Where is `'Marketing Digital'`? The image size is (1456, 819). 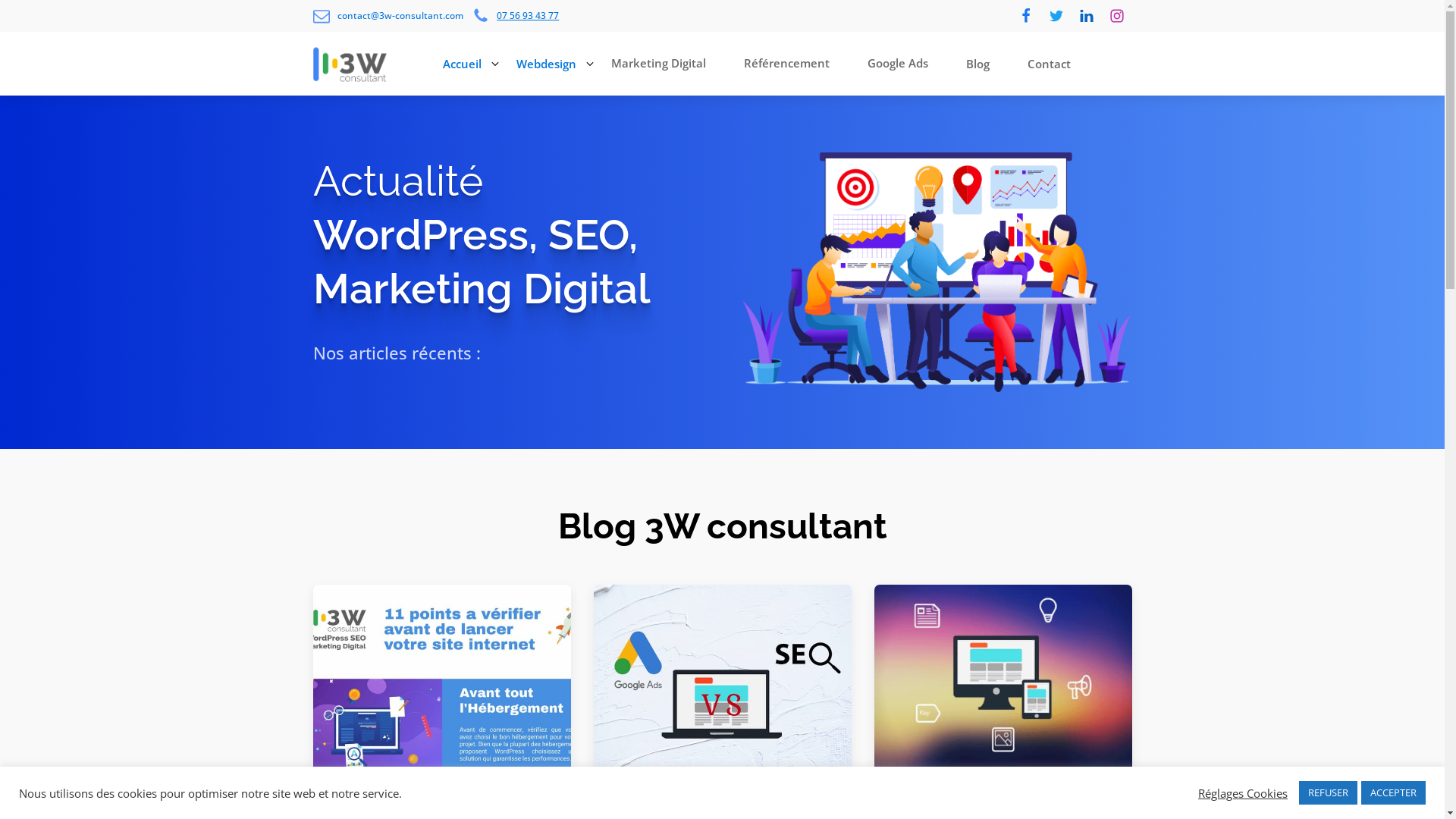
'Marketing Digital' is located at coordinates (662, 63).